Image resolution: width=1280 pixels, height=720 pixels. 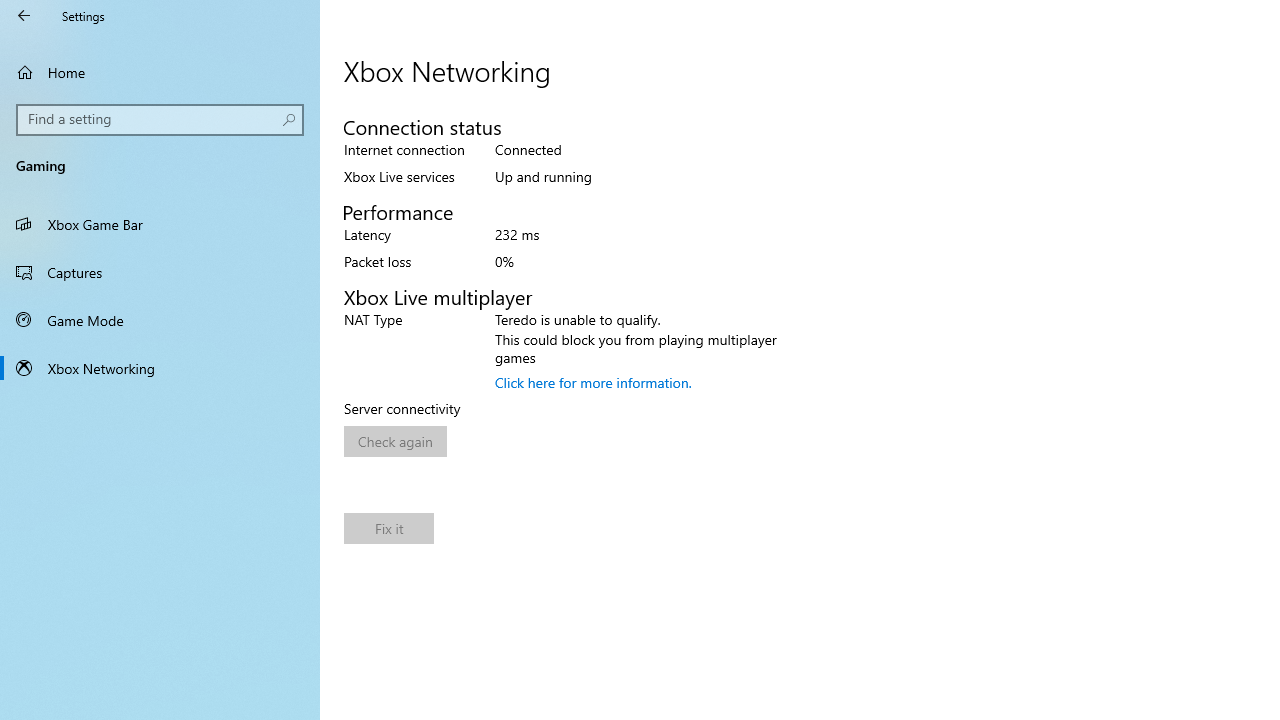 What do you see at coordinates (160, 119) in the screenshot?
I see `'Search box, Find a setting'` at bounding box center [160, 119].